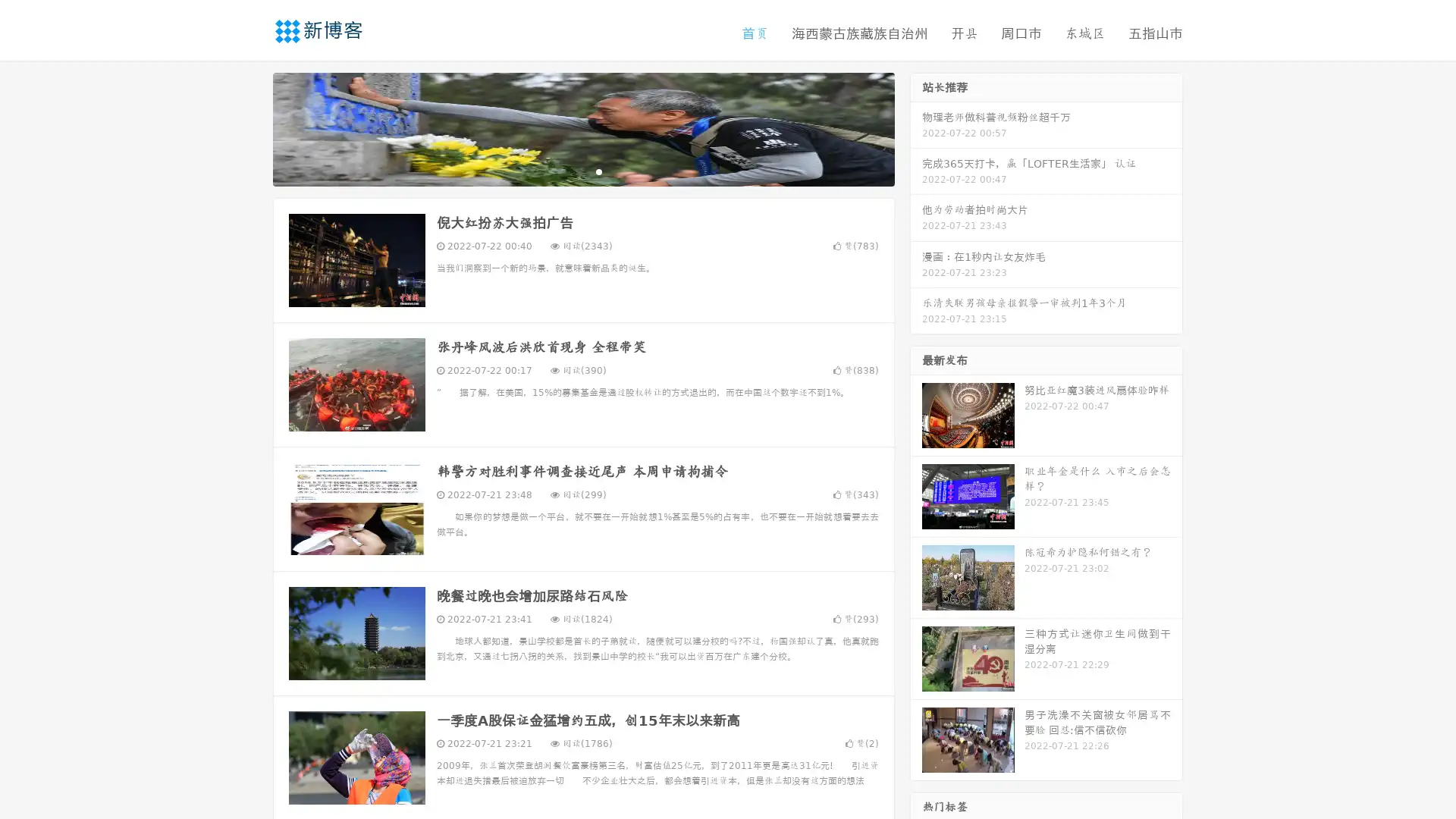  I want to click on Go to slide 2, so click(582, 171).